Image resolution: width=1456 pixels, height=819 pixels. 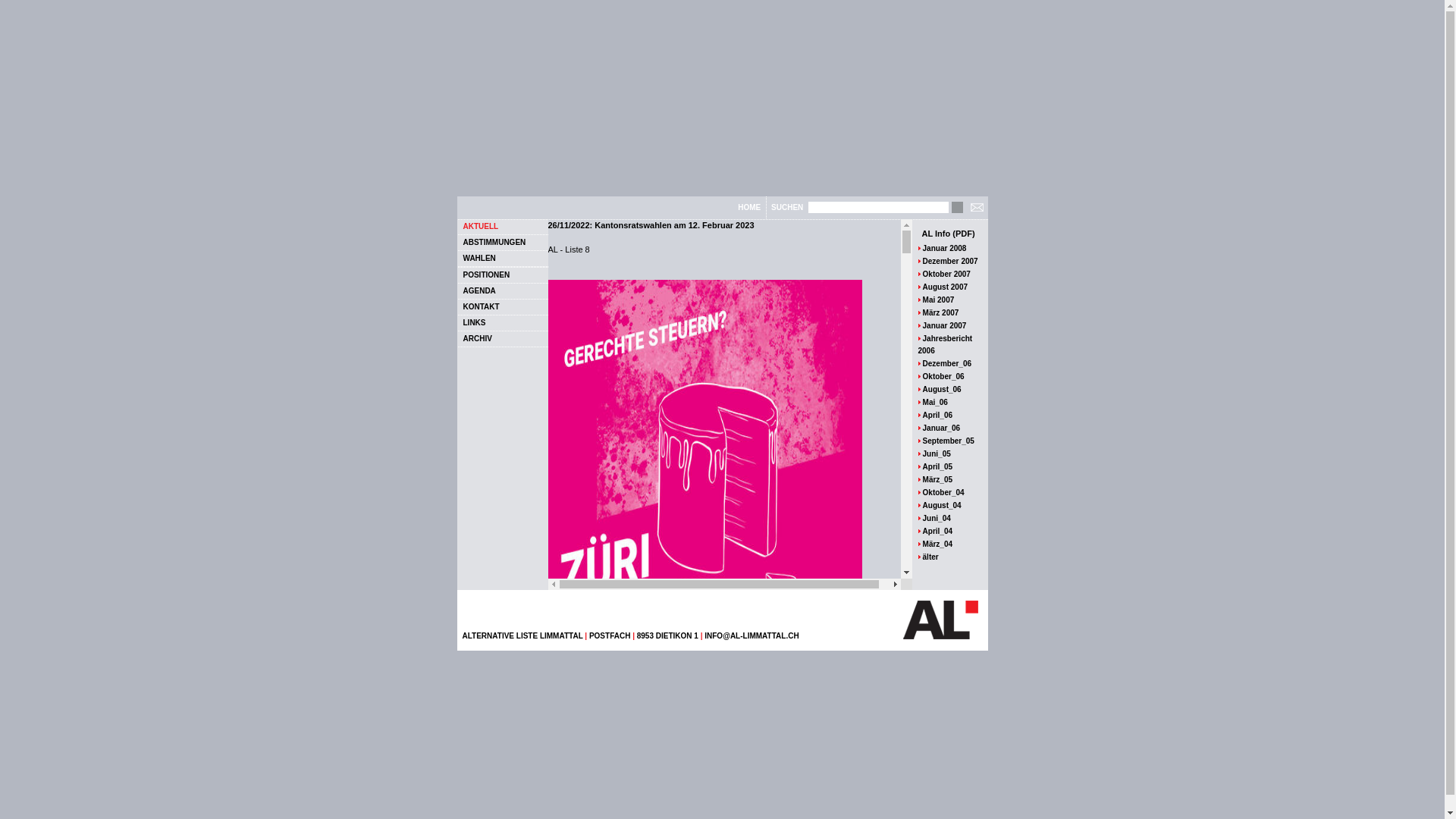 I want to click on 'Juni_04', so click(x=936, y=517).